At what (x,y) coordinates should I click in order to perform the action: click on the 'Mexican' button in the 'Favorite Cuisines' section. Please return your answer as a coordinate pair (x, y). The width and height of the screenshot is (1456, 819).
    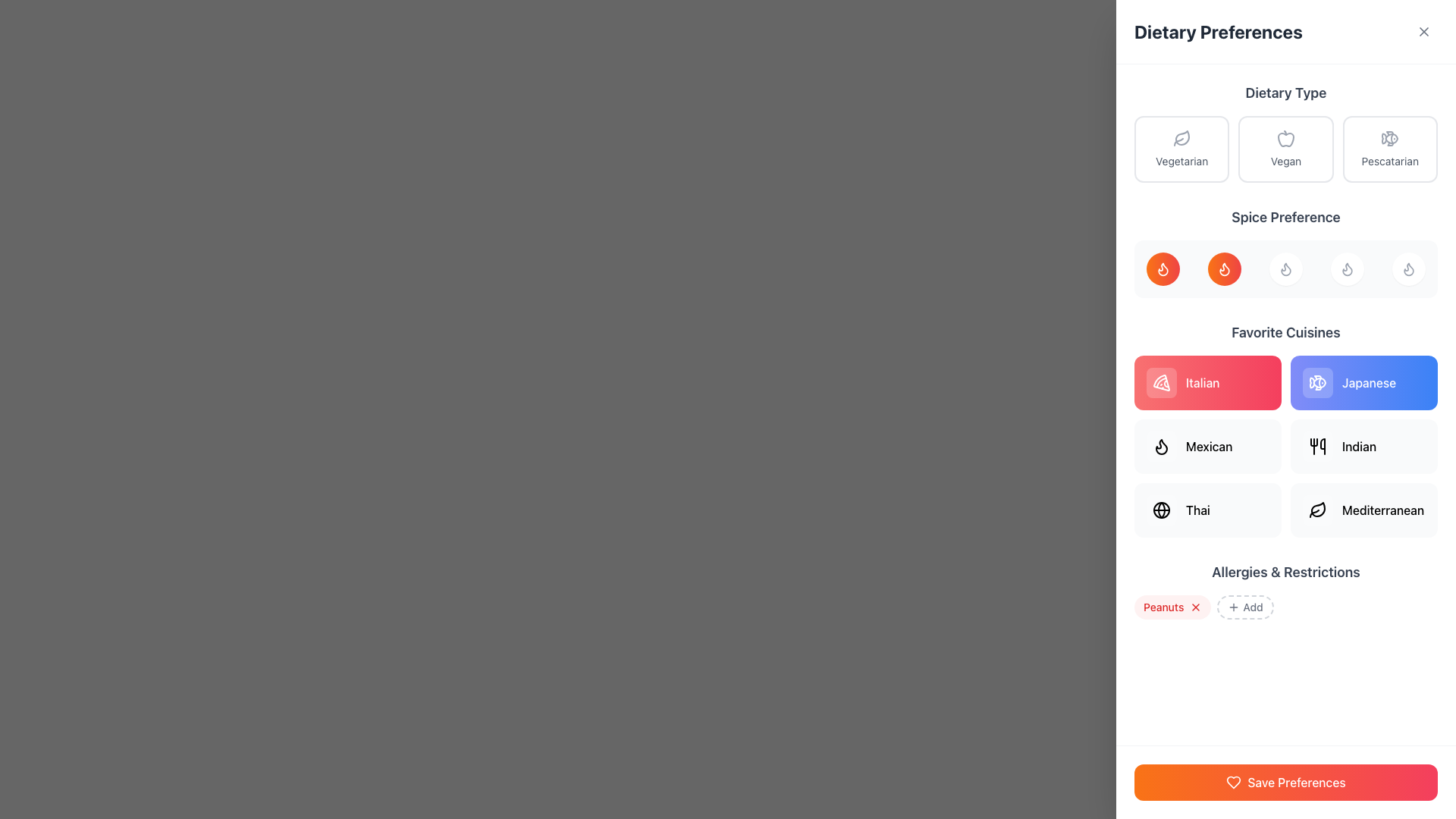
    Looking at the image, I should click on (1207, 446).